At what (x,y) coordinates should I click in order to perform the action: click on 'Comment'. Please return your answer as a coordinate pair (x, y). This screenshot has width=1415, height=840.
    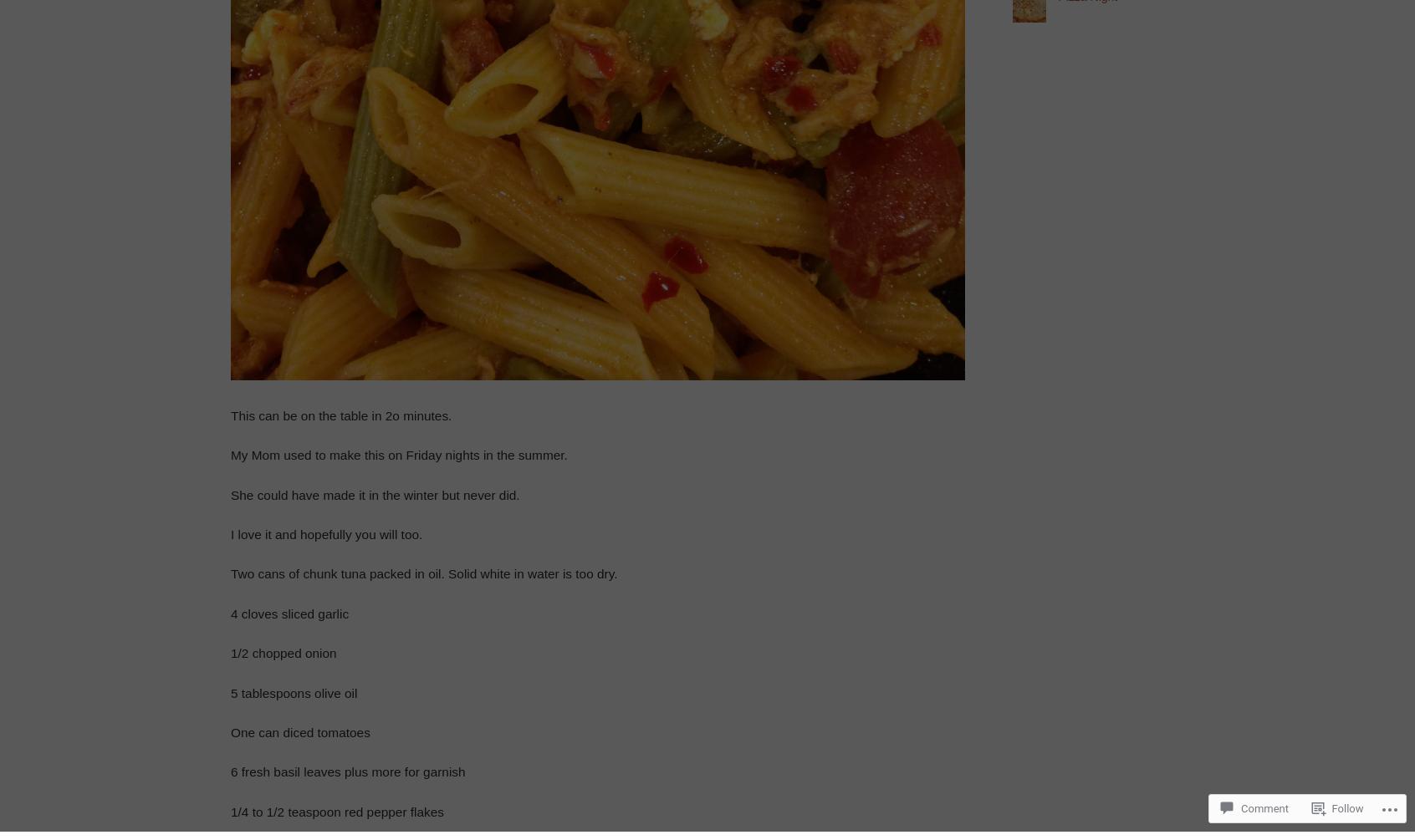
    Looking at the image, I should click on (1241, 807).